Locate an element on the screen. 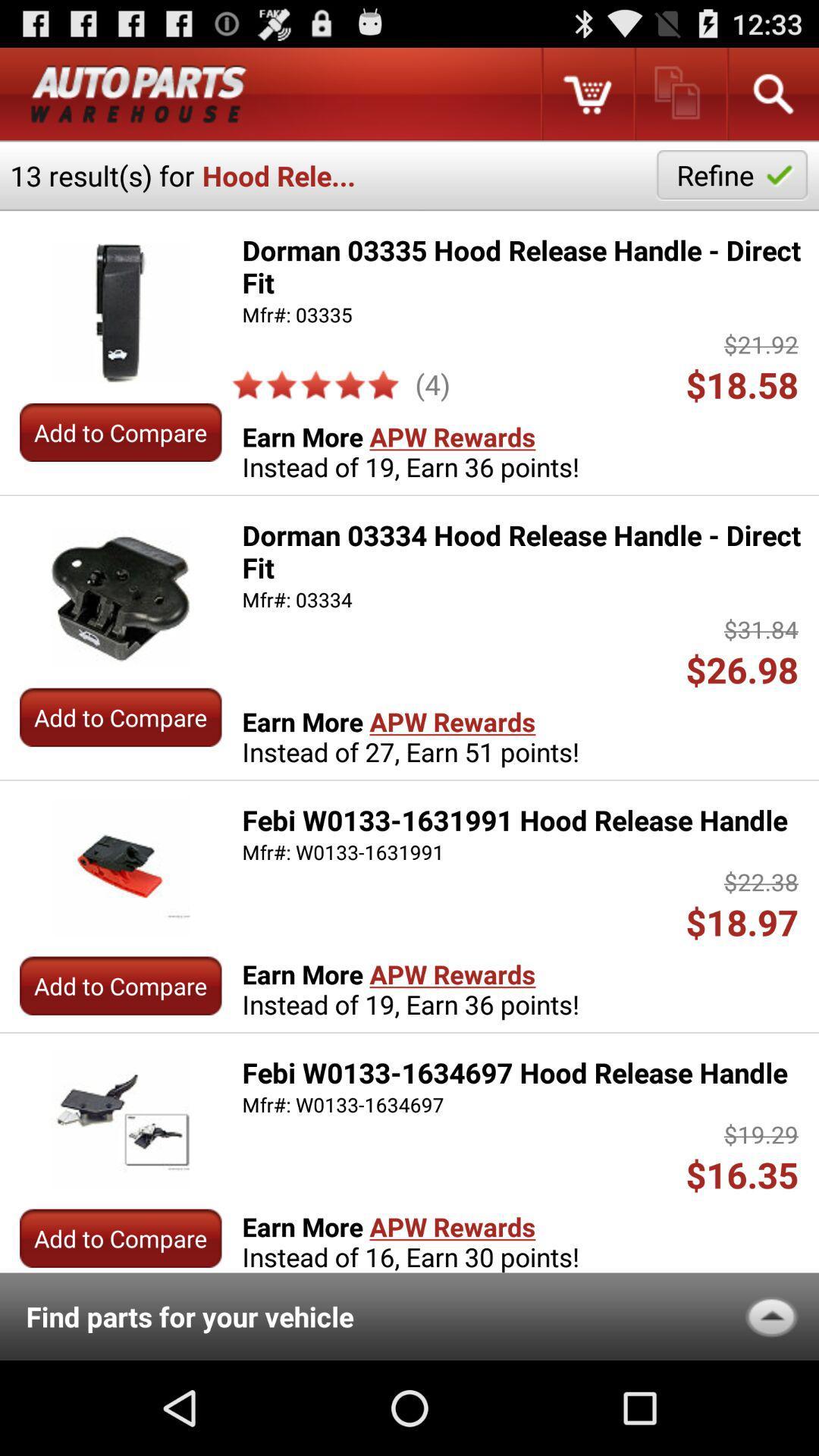  copy option is located at coordinates (679, 93).